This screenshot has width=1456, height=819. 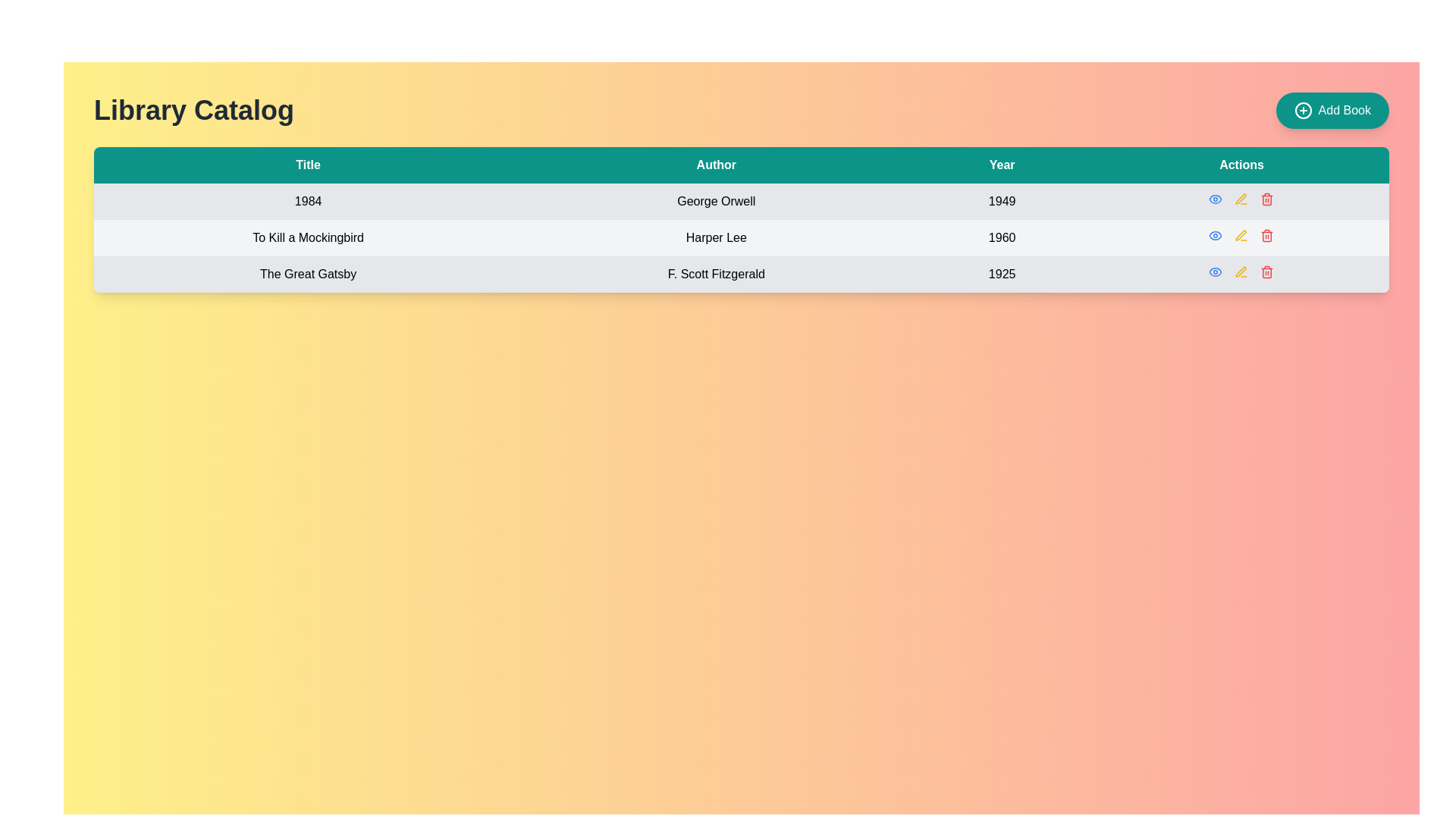 I want to click on the trashcan icon button for deletion functionality, located in the 'Actions' column of the third row associated with 'The Great Gatsby', so click(x=1267, y=271).